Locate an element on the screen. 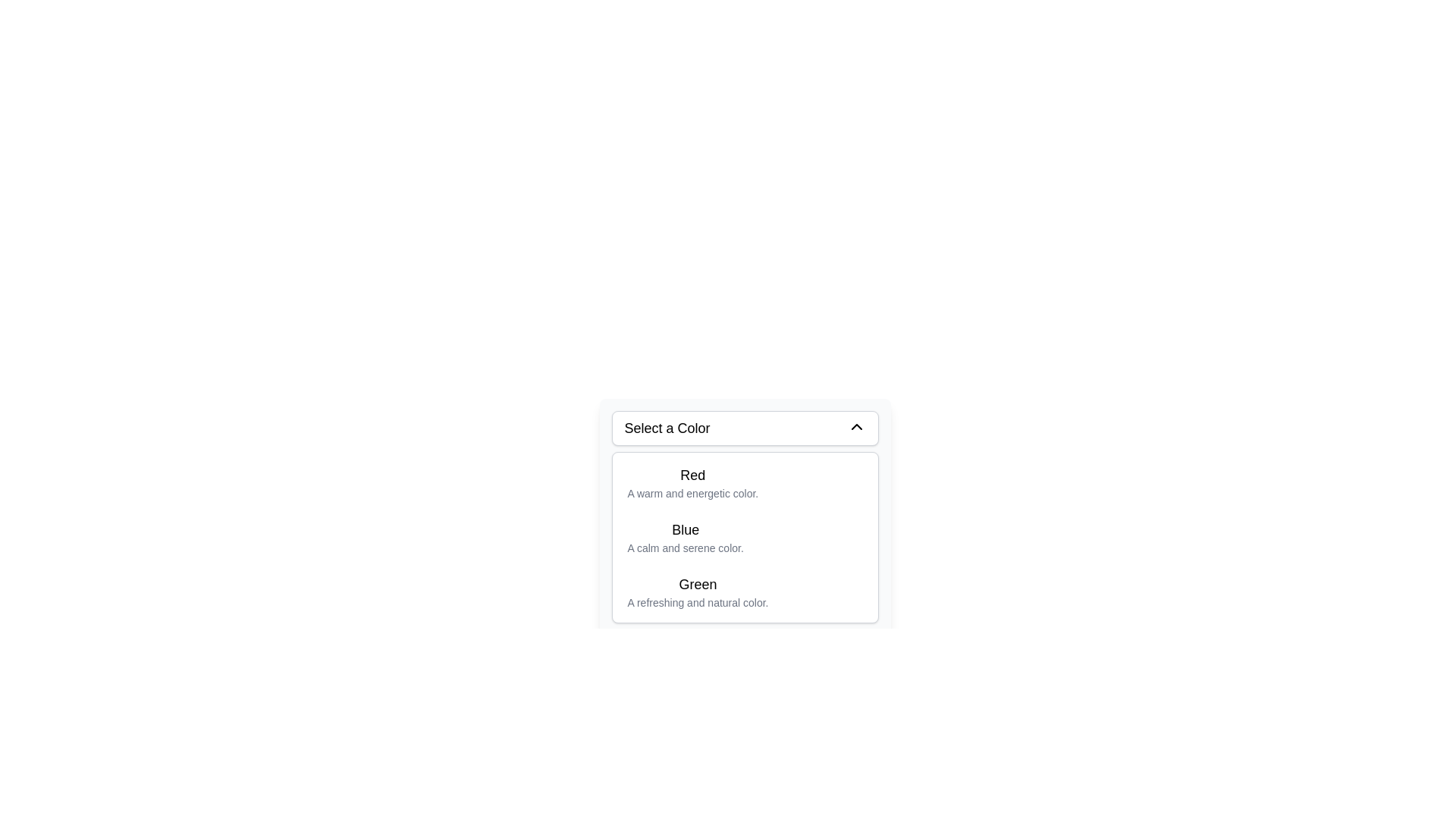 This screenshot has height=819, width=1456. the descriptive Text label located below the 'Red' label in the dropdown list, which provides additional information regarding the associated color is located at coordinates (692, 494).